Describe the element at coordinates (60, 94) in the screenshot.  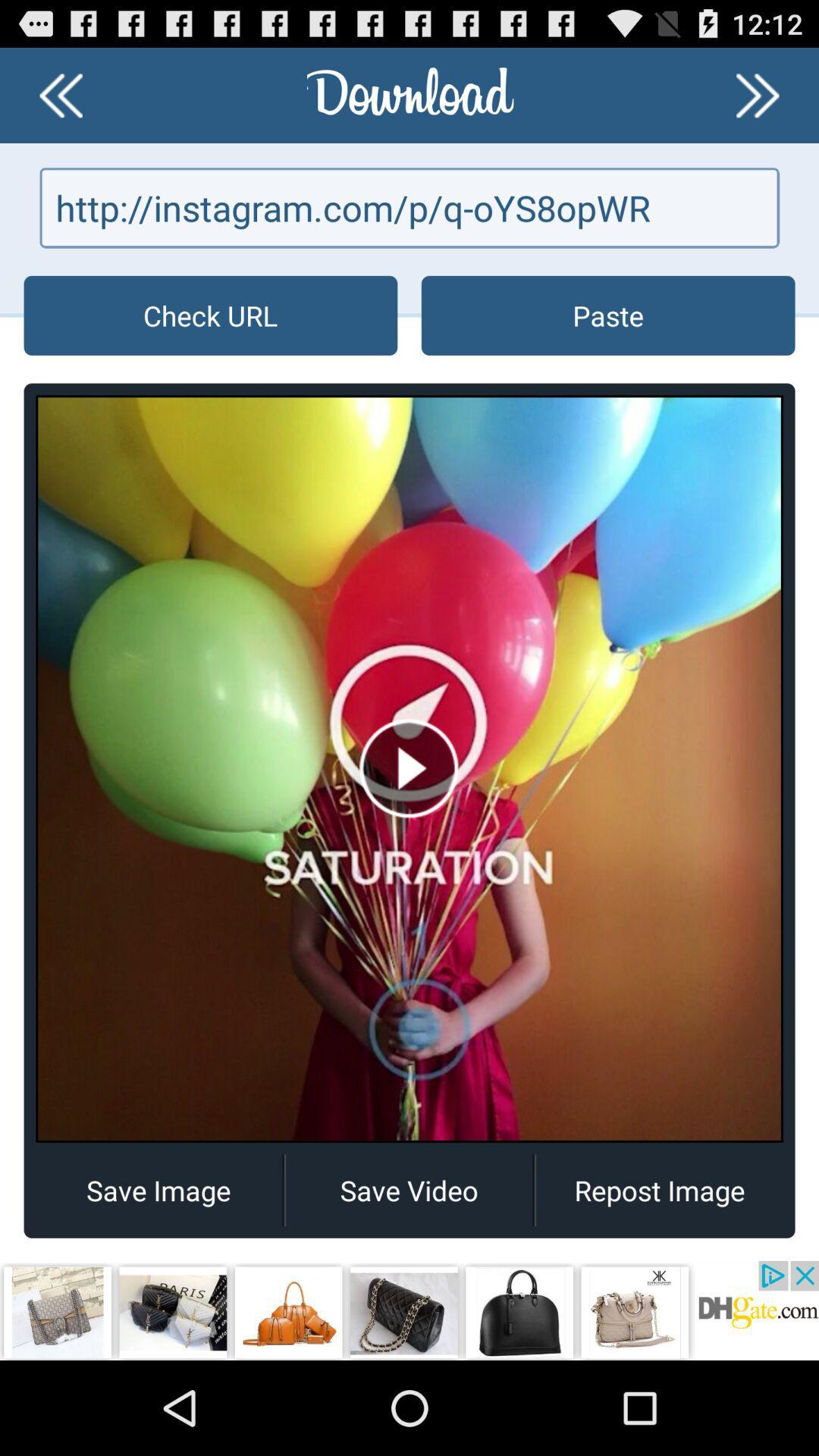
I see `go previous page` at that location.